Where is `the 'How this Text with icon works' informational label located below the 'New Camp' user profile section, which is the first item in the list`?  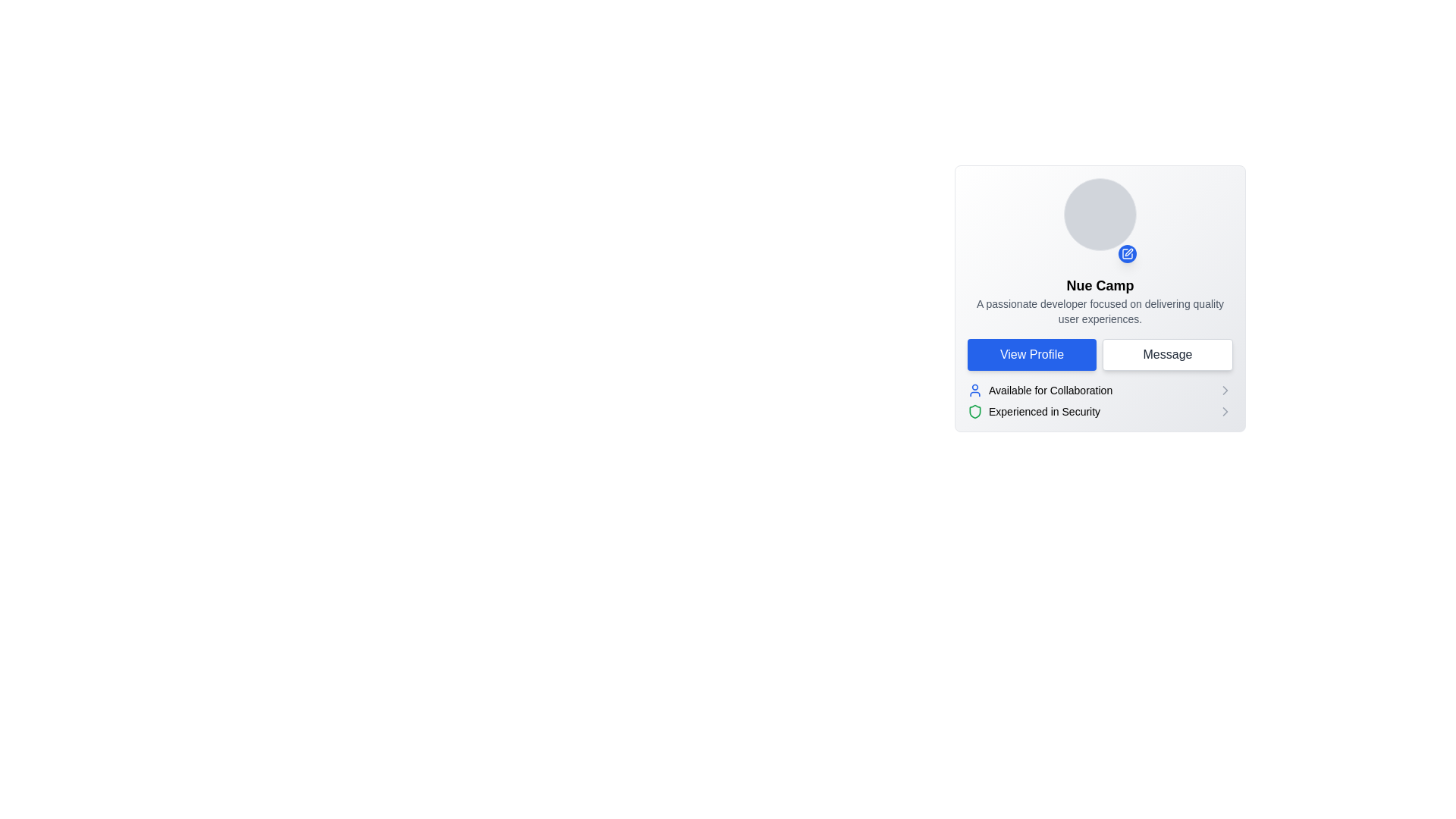 the 'How this Text with icon works' informational label located below the 'New Camp' user profile section, which is the first item in the list is located at coordinates (1039, 390).